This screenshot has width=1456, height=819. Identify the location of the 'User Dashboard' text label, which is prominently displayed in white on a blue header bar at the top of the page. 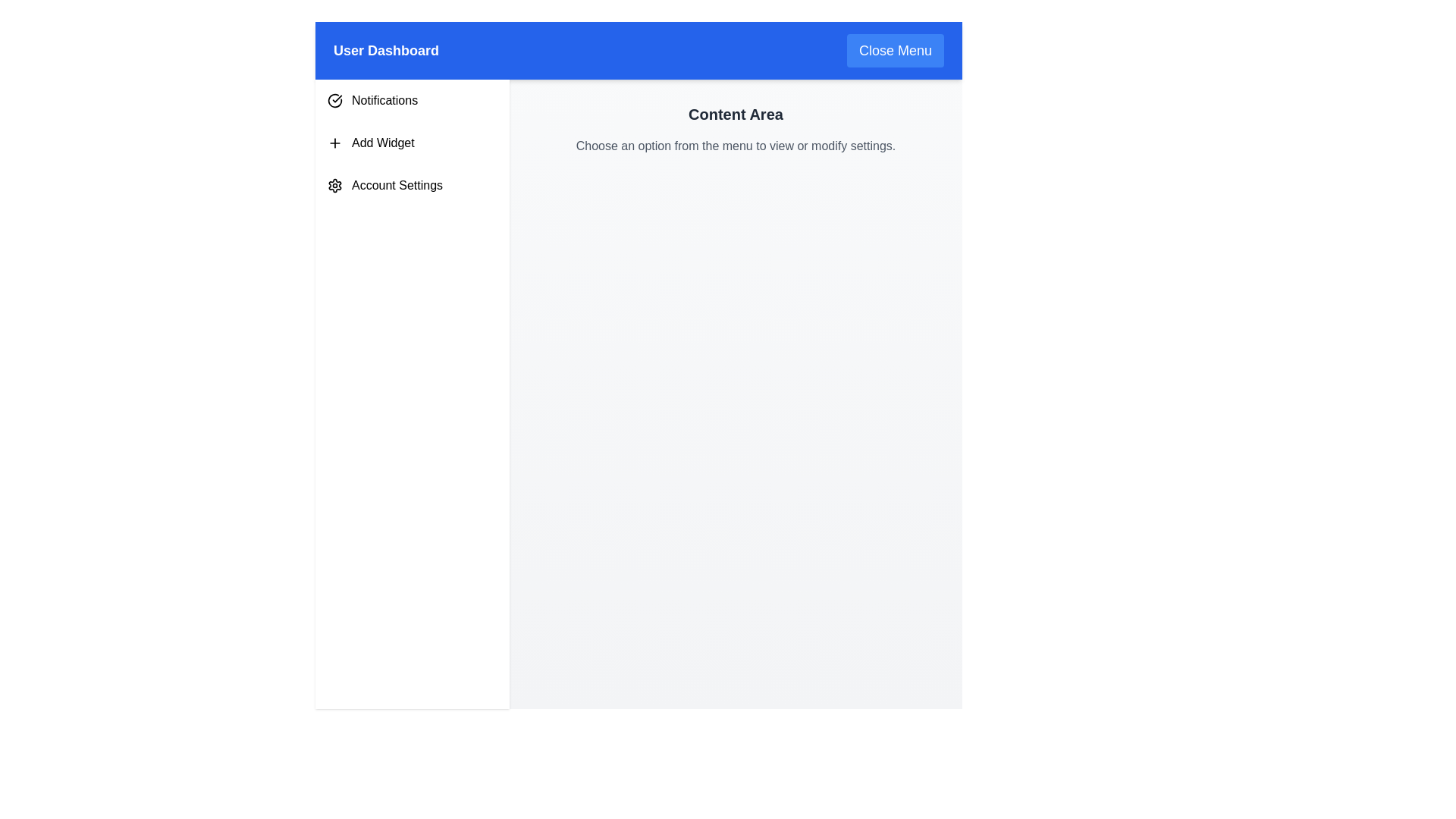
(386, 49).